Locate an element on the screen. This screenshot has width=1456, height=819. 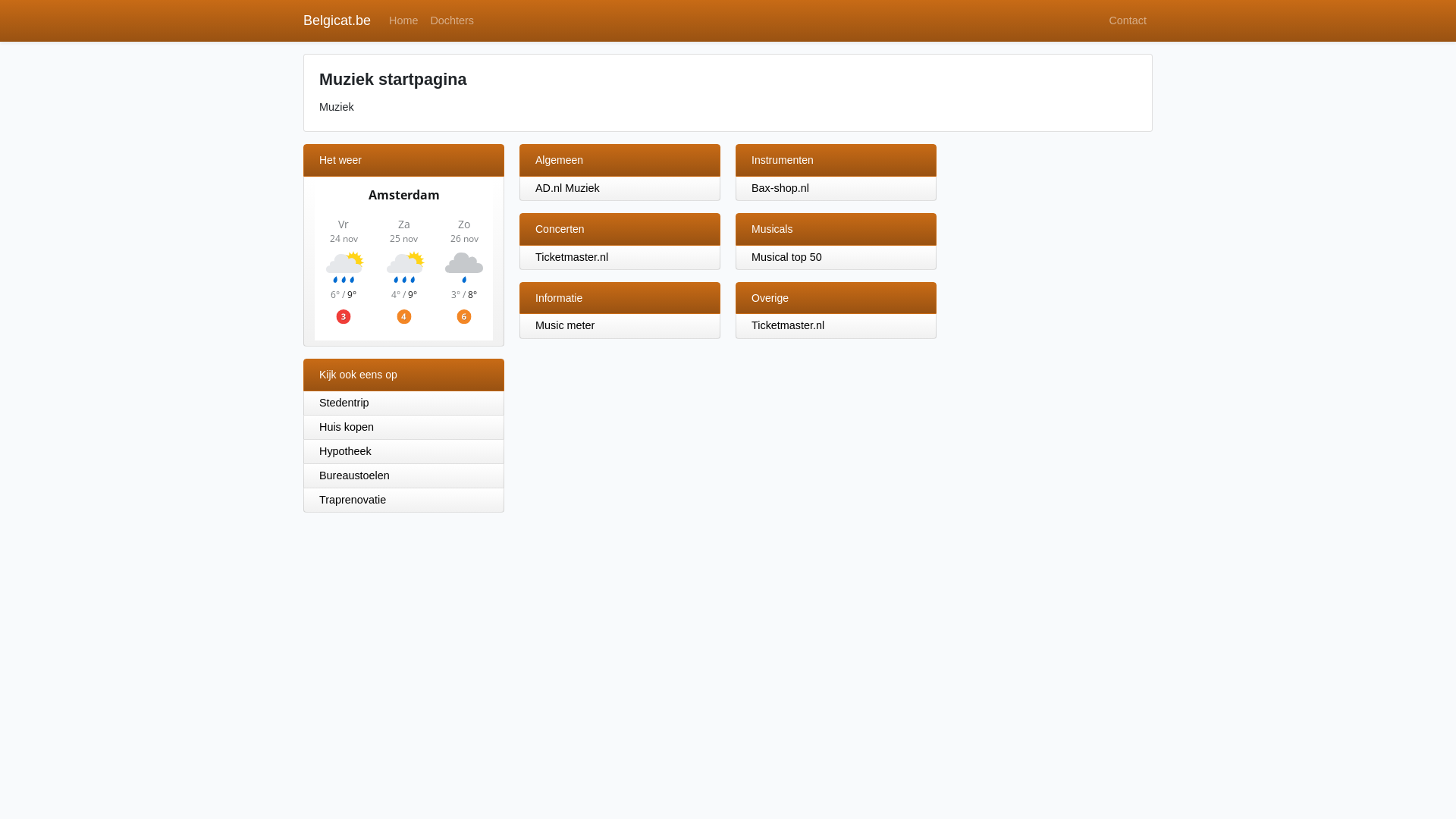
'Bureaustoelen' is located at coordinates (403, 475).